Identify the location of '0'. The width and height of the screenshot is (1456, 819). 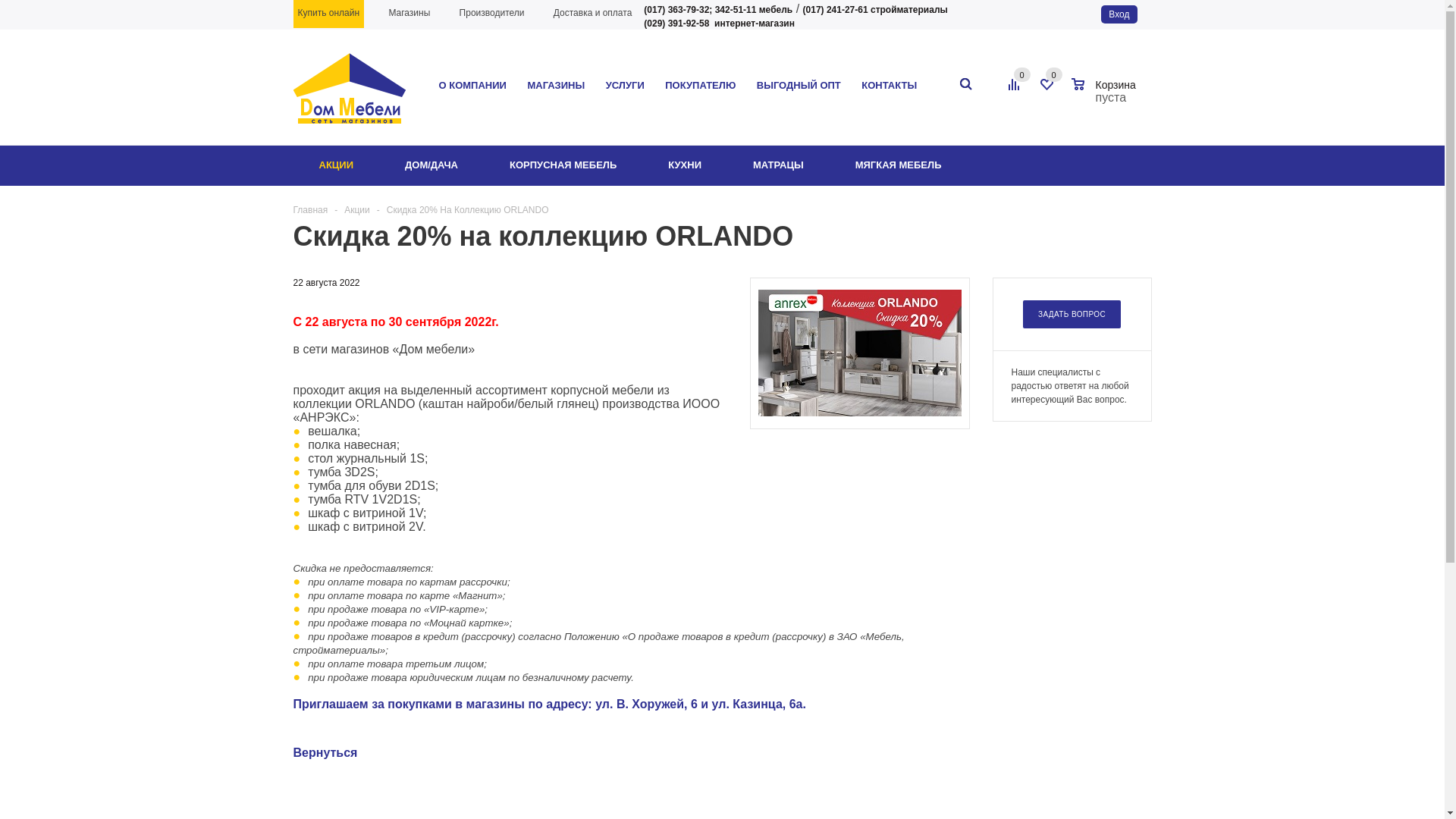
(1021, 74).